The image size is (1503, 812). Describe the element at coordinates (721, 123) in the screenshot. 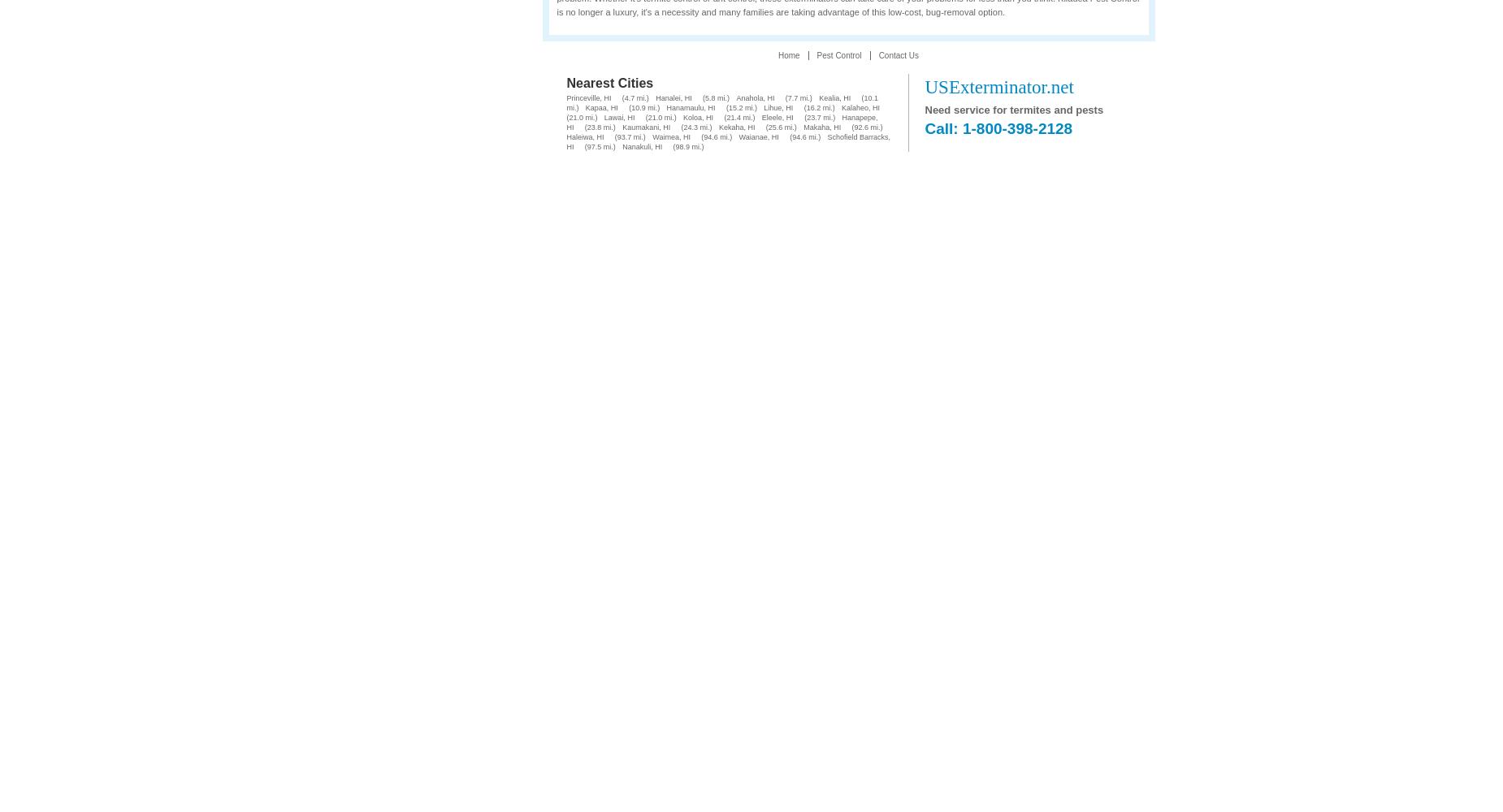

I see `'Hanapepe, HI'` at that location.